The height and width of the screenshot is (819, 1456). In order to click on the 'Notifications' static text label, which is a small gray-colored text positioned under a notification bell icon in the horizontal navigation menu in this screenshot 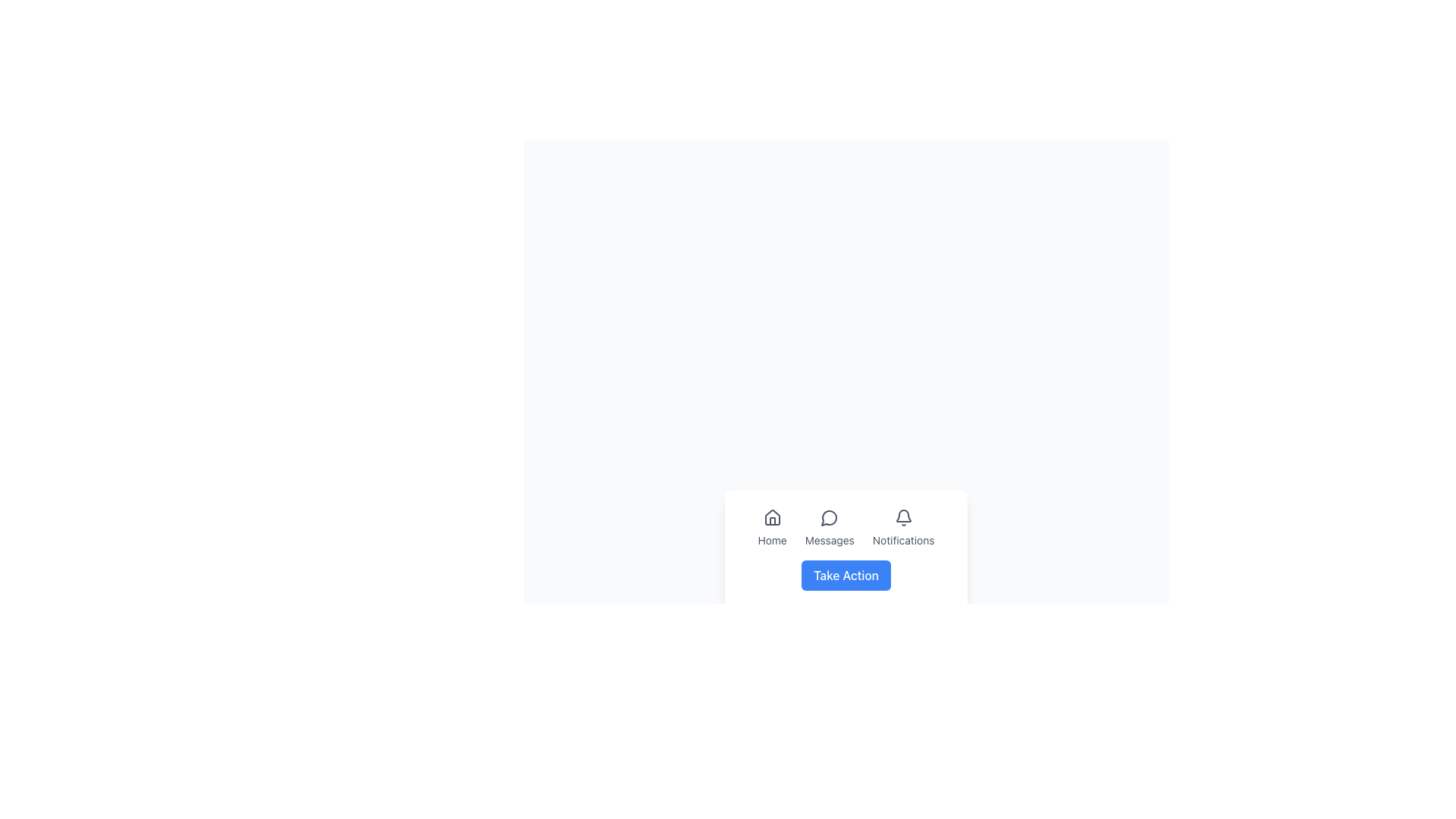, I will do `click(903, 540)`.